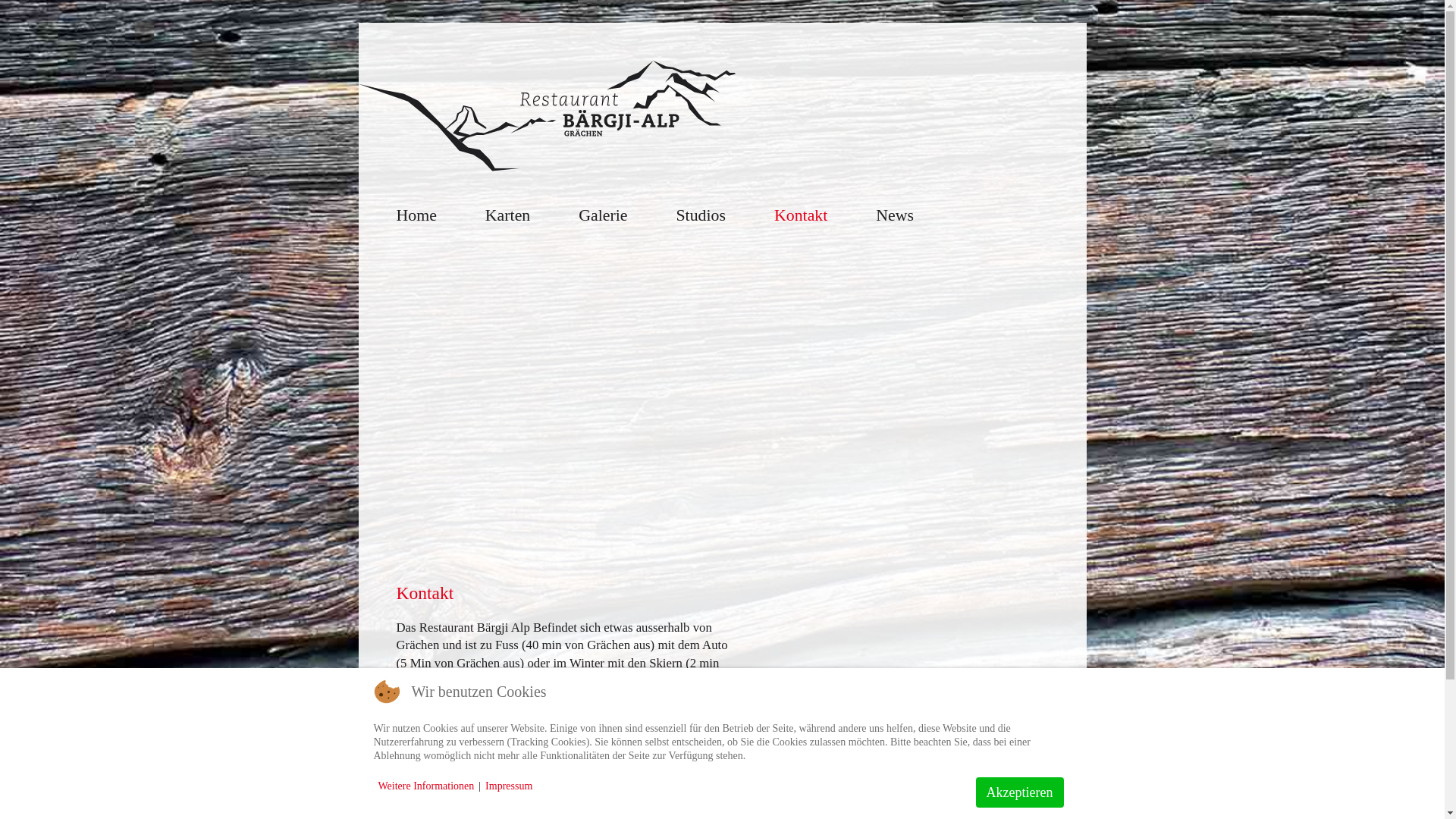  I want to click on 'Studios', so click(699, 215).